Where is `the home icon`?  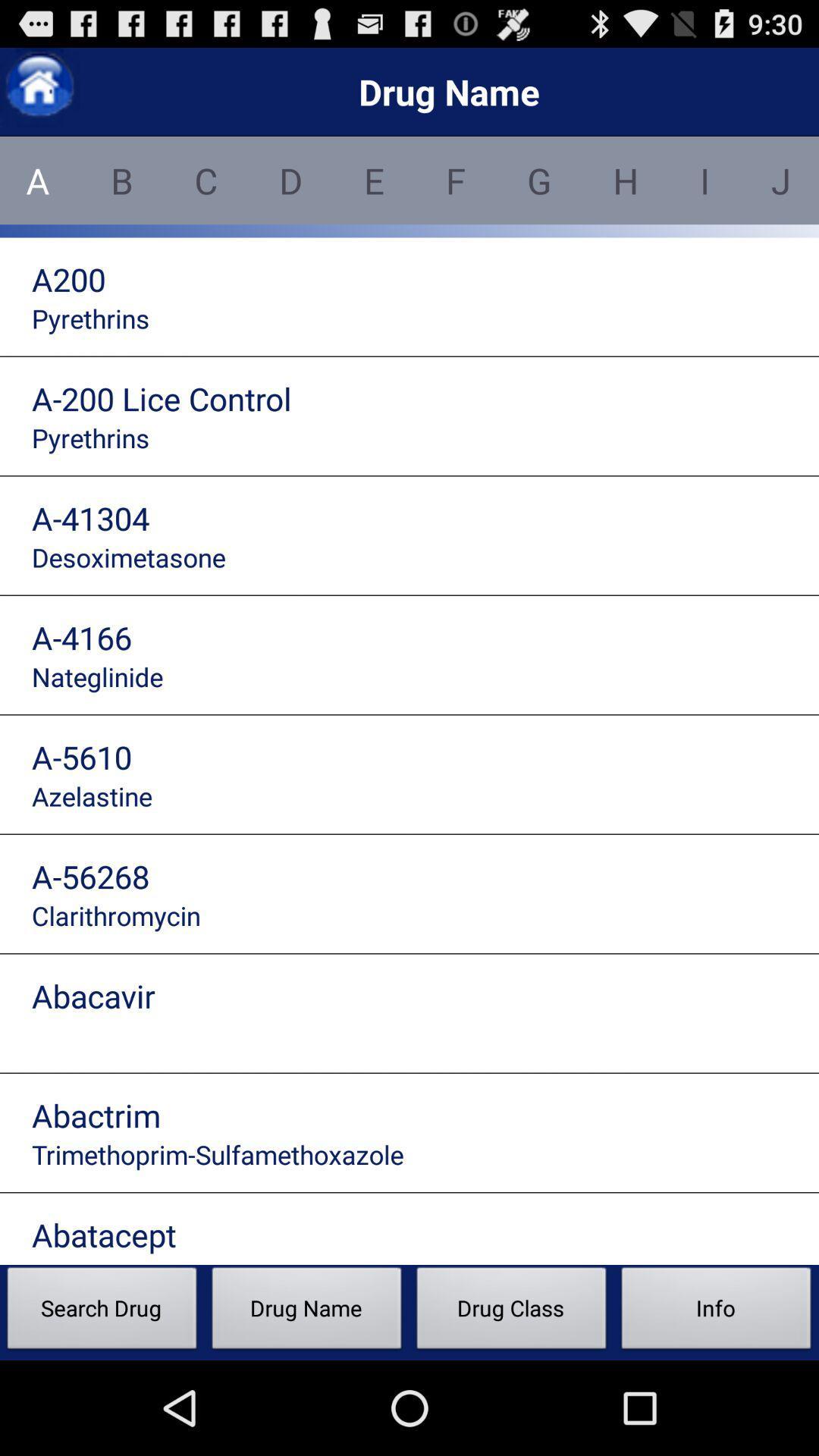
the home icon is located at coordinates (39, 93).